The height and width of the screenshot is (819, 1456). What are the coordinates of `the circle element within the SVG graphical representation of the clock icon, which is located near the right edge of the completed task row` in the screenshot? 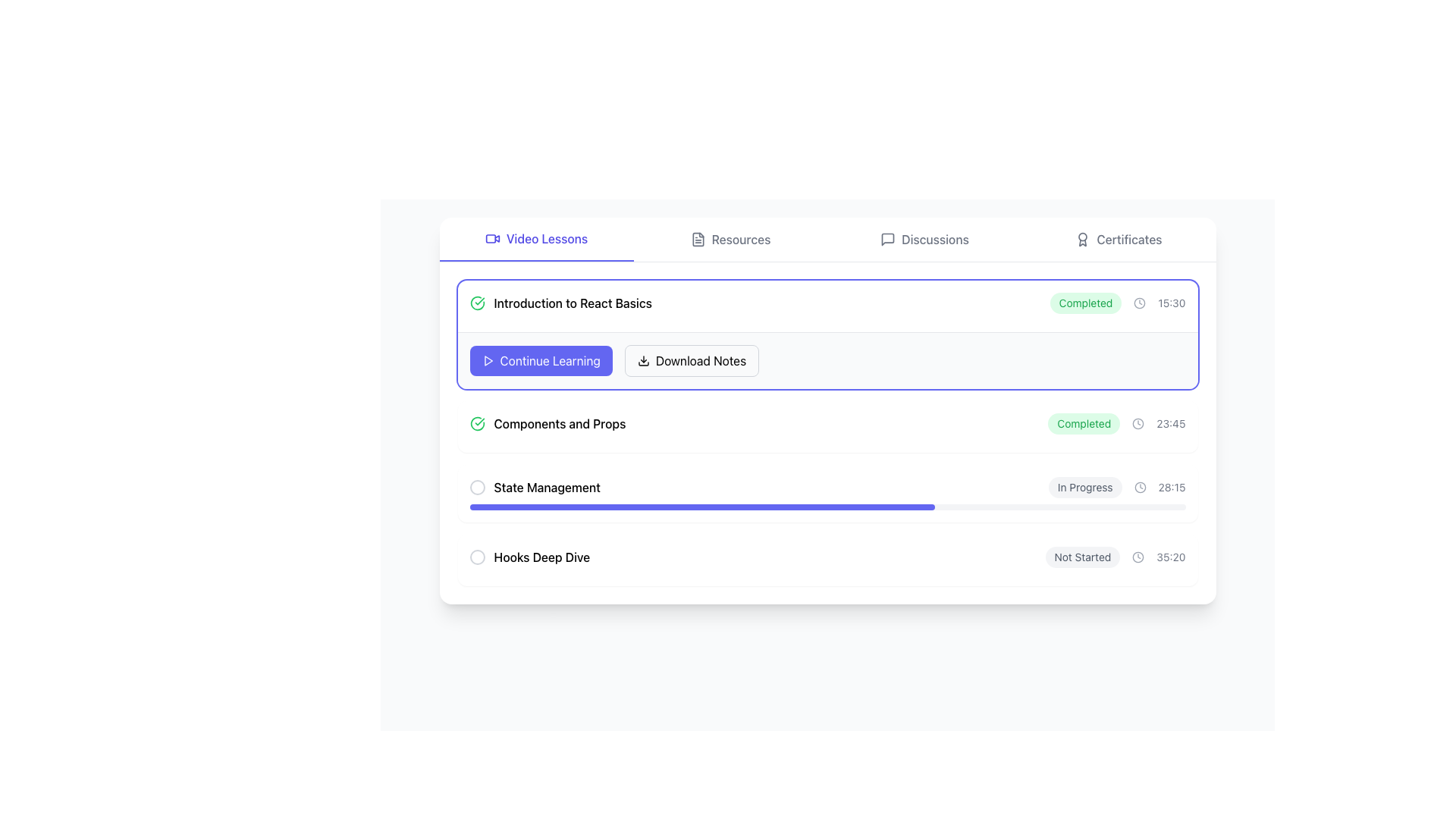 It's located at (1140, 303).